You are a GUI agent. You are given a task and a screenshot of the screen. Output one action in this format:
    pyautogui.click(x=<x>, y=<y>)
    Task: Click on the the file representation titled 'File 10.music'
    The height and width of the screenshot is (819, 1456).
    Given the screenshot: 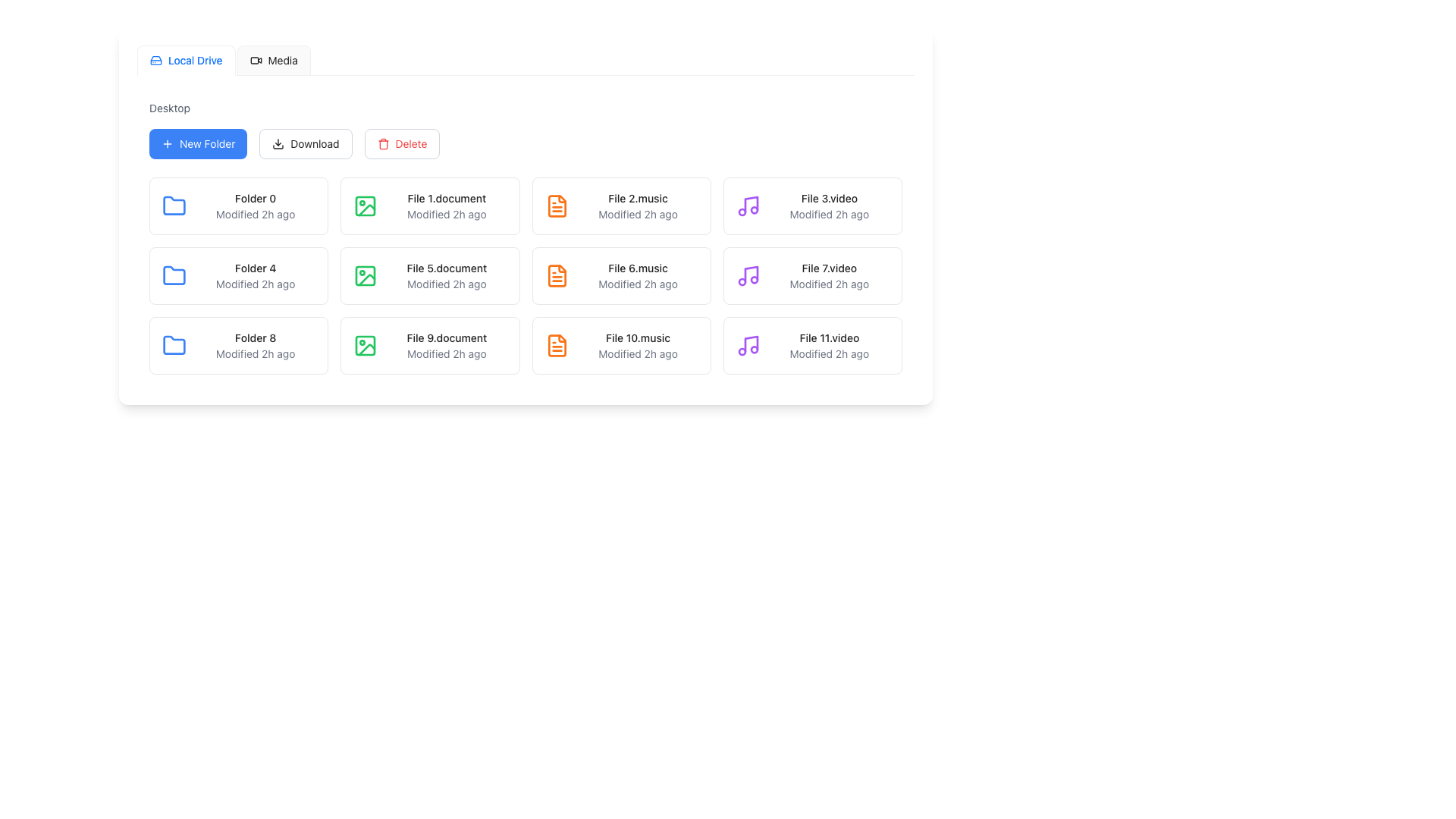 What is the action you would take?
    pyautogui.click(x=638, y=345)
    